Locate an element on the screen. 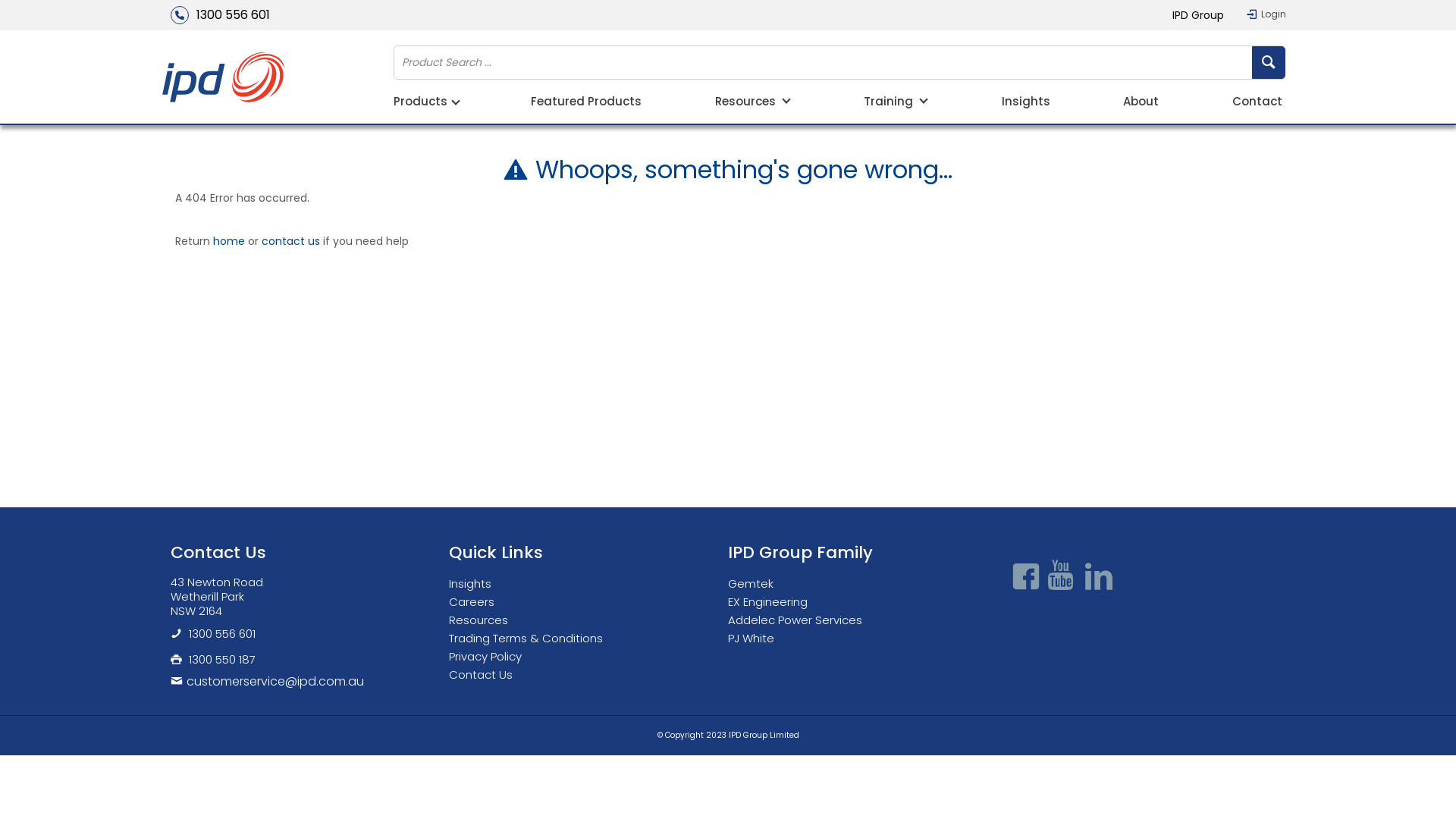 The width and height of the screenshot is (1456, 819). 'Gemtek' is located at coordinates (728, 582).